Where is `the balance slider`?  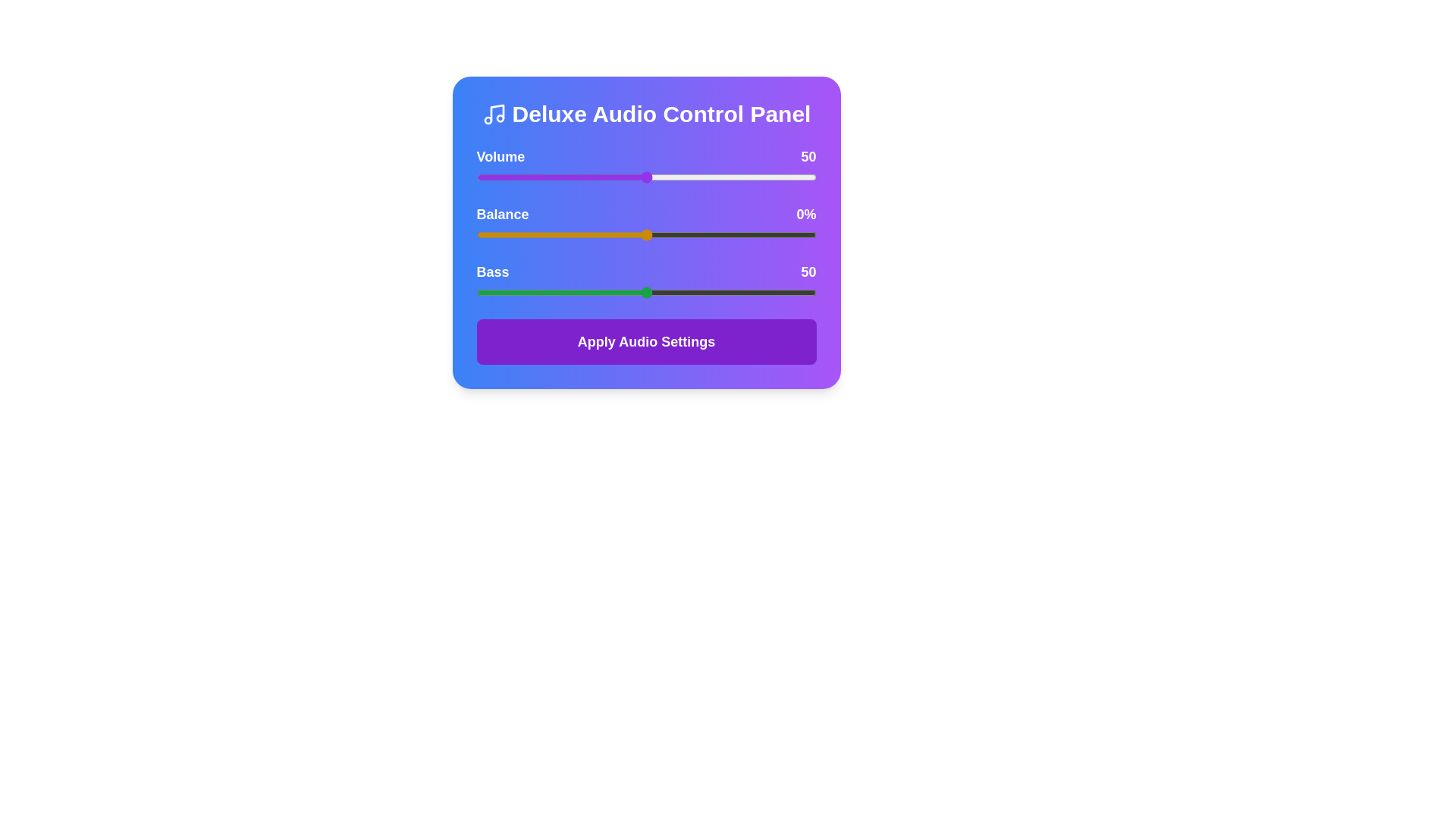
the balance slider is located at coordinates (673, 234).